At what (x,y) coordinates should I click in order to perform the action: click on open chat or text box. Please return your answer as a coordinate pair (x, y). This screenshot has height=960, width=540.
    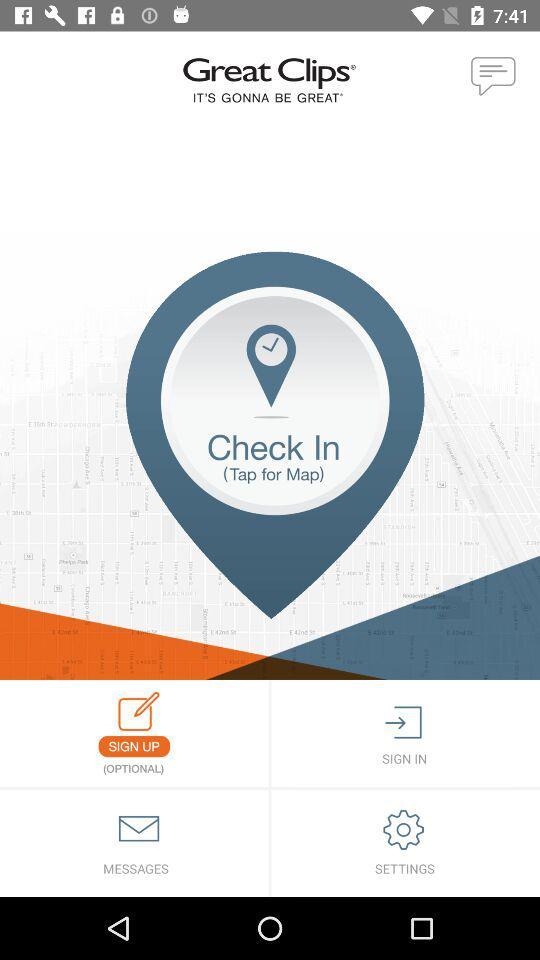
    Looking at the image, I should click on (493, 77).